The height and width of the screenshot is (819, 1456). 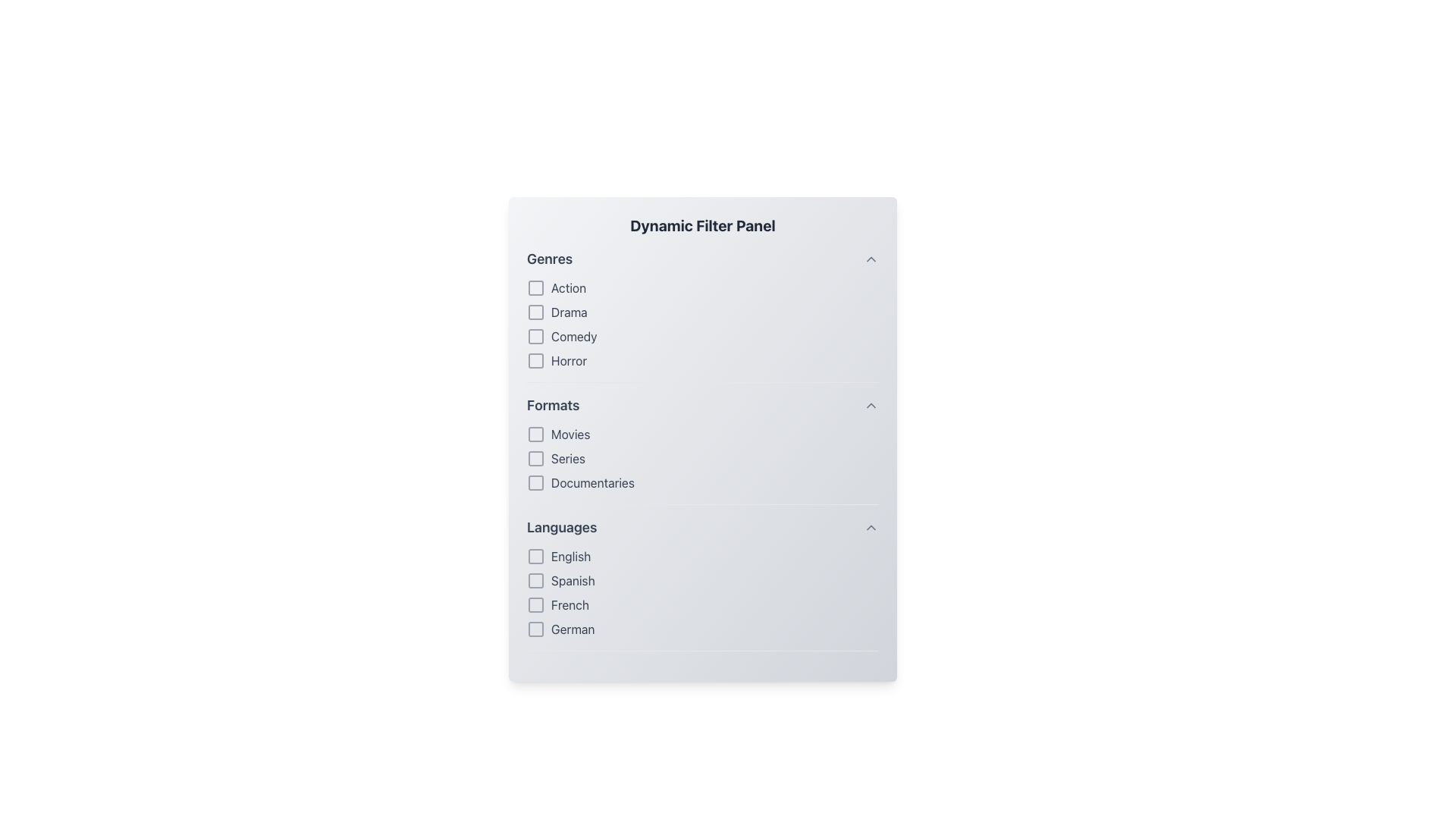 What do you see at coordinates (567, 458) in the screenshot?
I see `text label 'Series' which is styled in gray and is positioned to the right of a checkbox in the 'Formats' section of the filter panel` at bounding box center [567, 458].